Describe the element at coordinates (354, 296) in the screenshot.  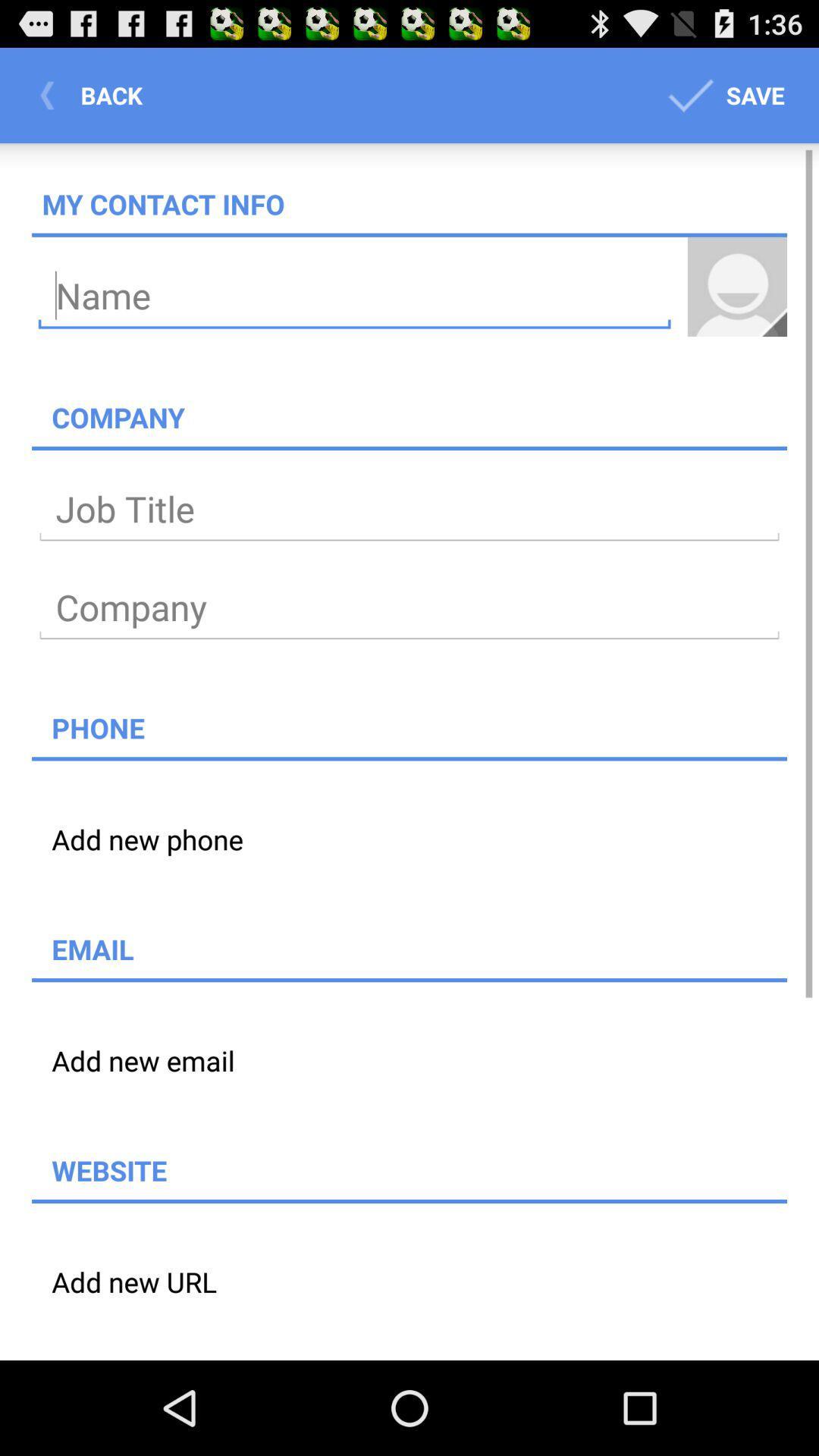
I see `name input area` at that location.